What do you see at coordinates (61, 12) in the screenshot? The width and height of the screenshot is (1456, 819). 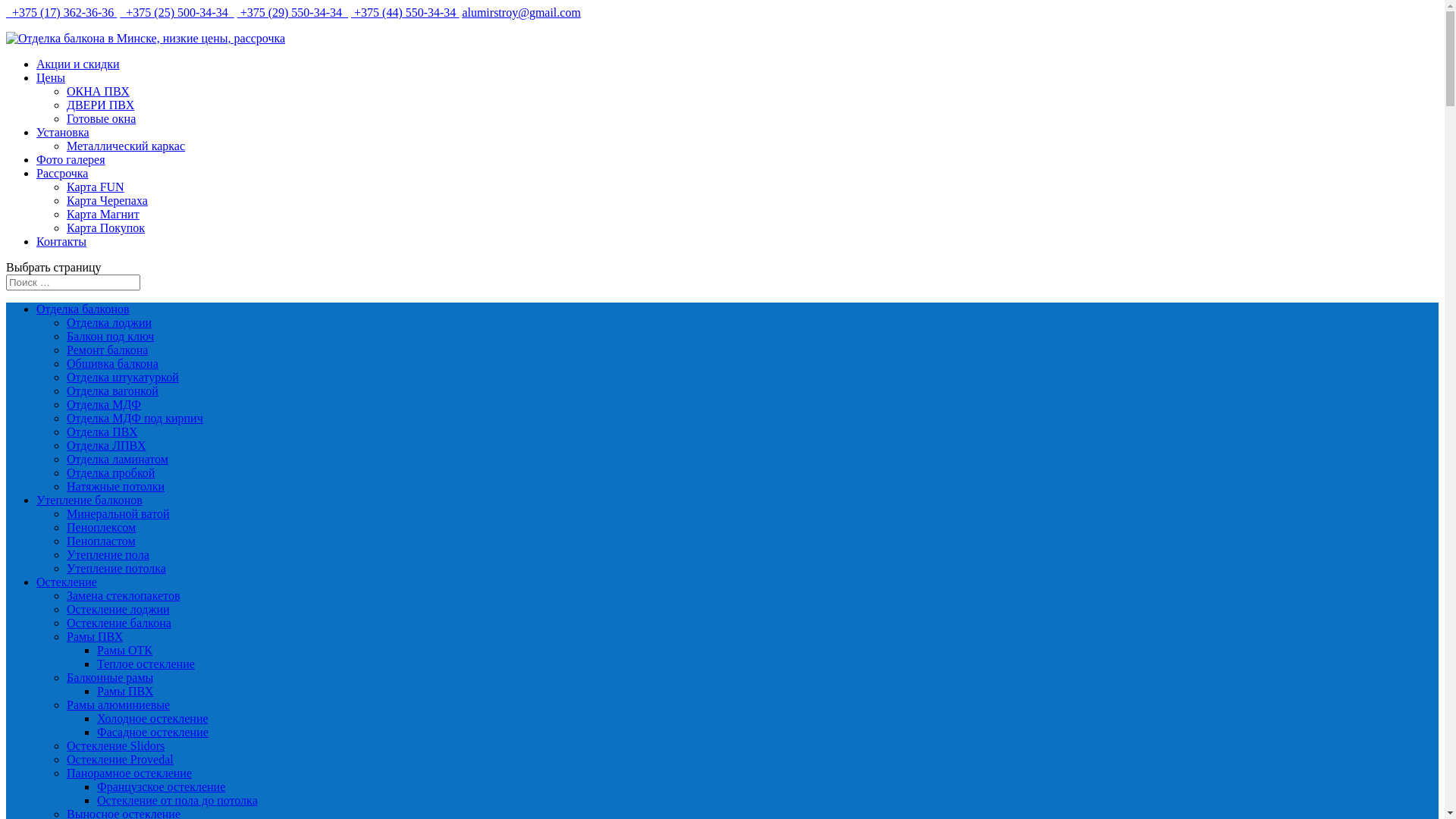 I see `'  +375 (17) 362-36-36 '` at bounding box center [61, 12].